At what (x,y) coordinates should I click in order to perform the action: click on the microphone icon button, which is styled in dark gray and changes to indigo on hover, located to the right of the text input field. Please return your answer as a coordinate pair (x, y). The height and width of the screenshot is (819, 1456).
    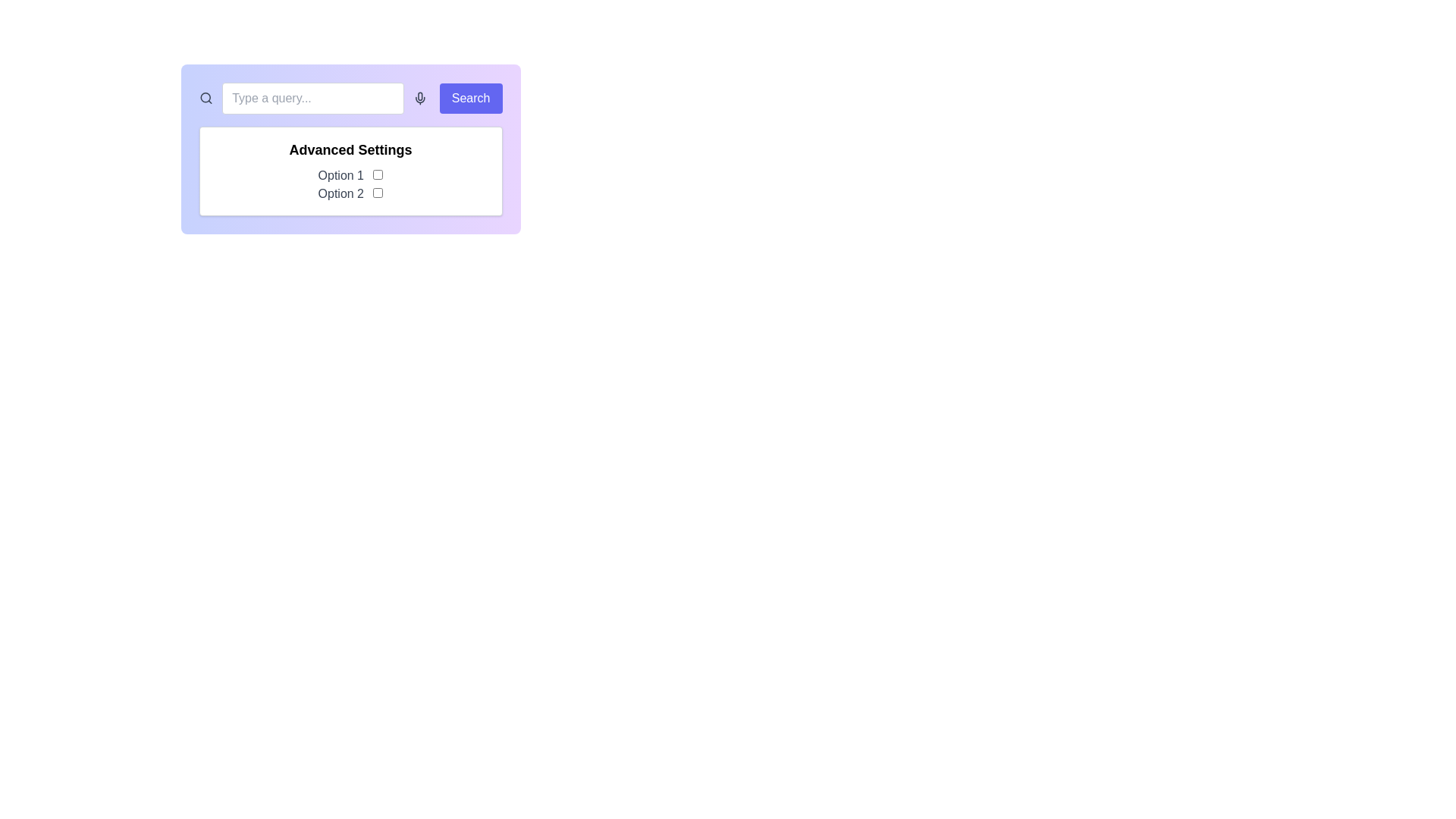
    Looking at the image, I should click on (420, 99).